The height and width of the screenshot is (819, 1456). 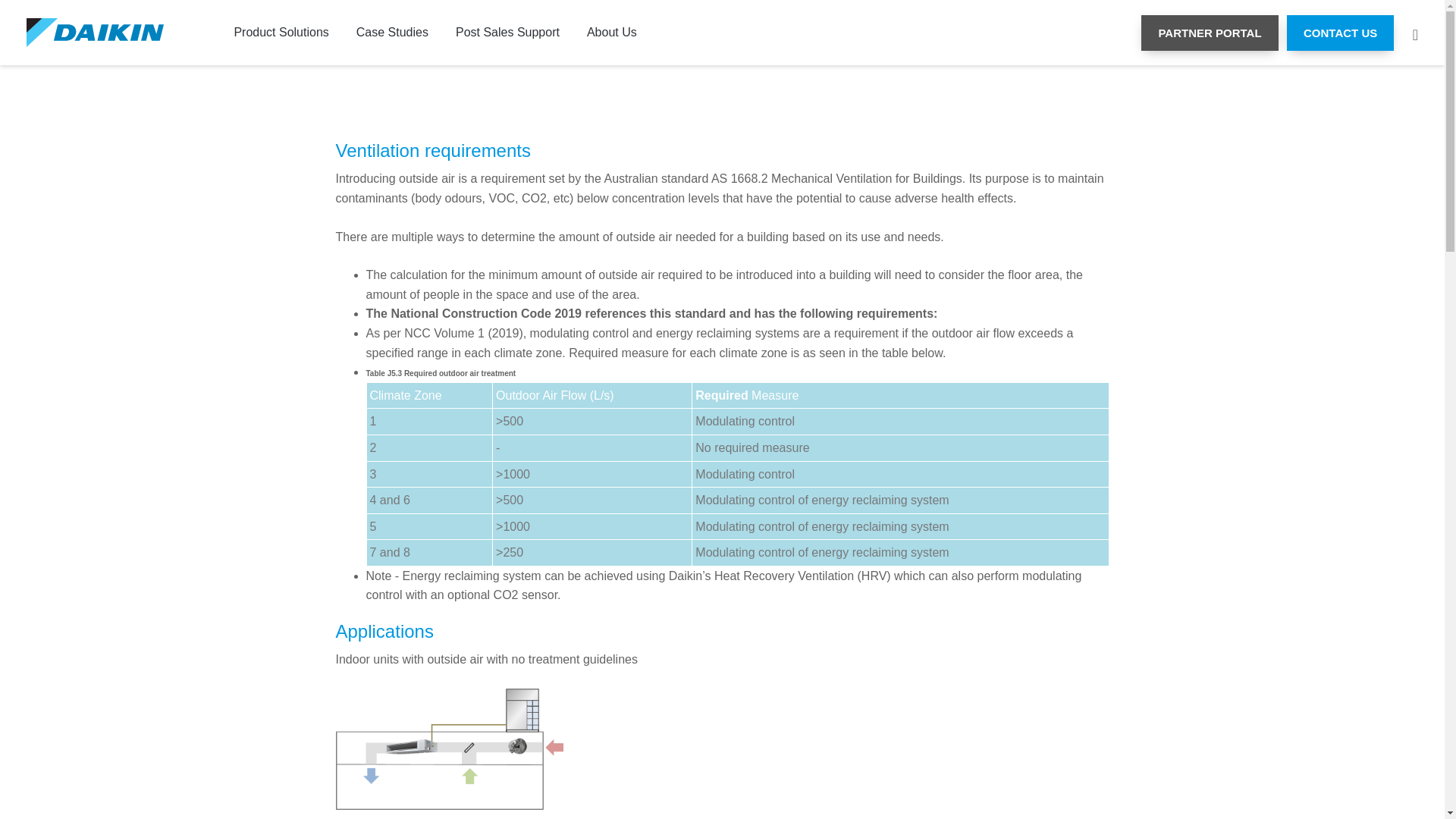 What do you see at coordinates (507, 32) in the screenshot?
I see `'Post Sales Support'` at bounding box center [507, 32].